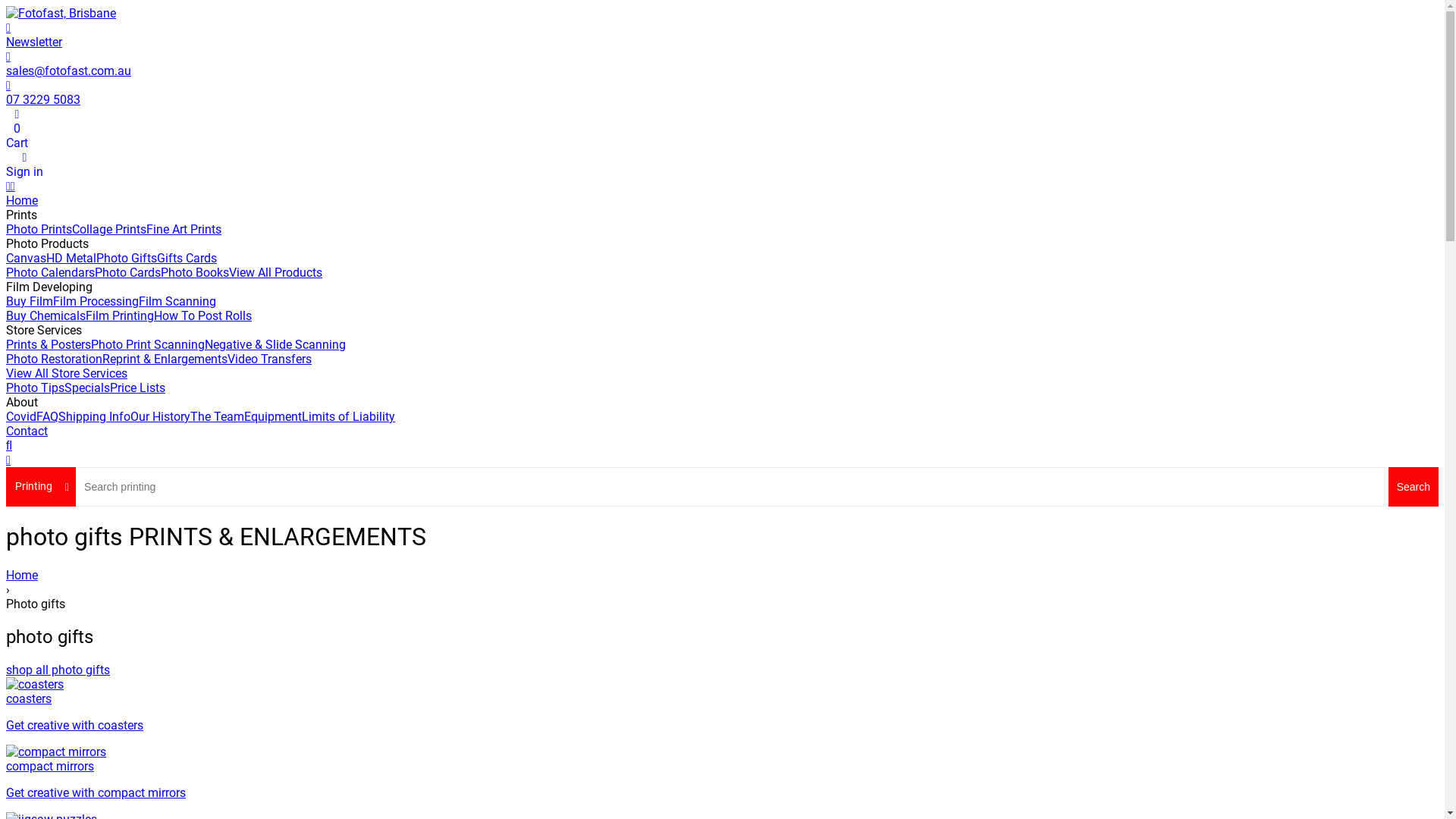 The image size is (1456, 819). What do you see at coordinates (45, 315) in the screenshot?
I see `'Buy Chemicals'` at bounding box center [45, 315].